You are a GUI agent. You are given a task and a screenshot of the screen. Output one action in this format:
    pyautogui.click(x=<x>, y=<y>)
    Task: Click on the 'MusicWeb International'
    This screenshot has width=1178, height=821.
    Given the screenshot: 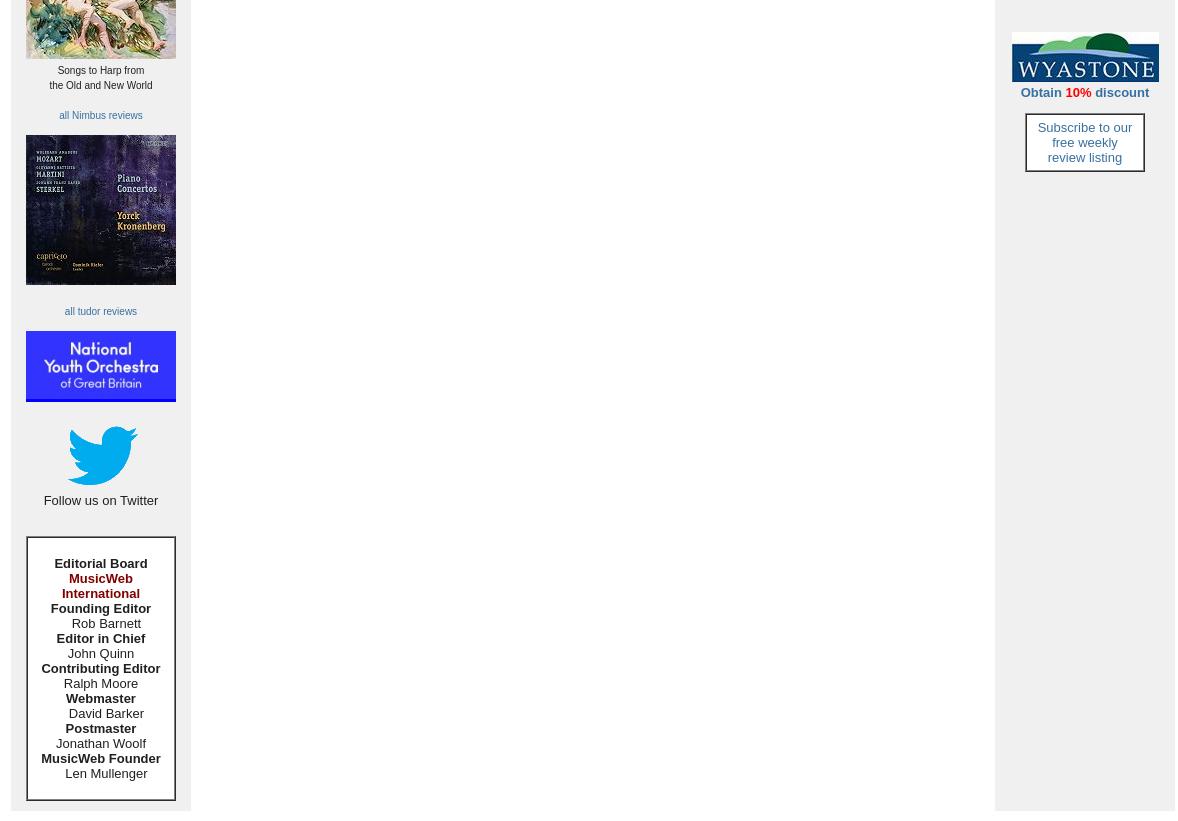 What is the action you would take?
    pyautogui.click(x=99, y=583)
    